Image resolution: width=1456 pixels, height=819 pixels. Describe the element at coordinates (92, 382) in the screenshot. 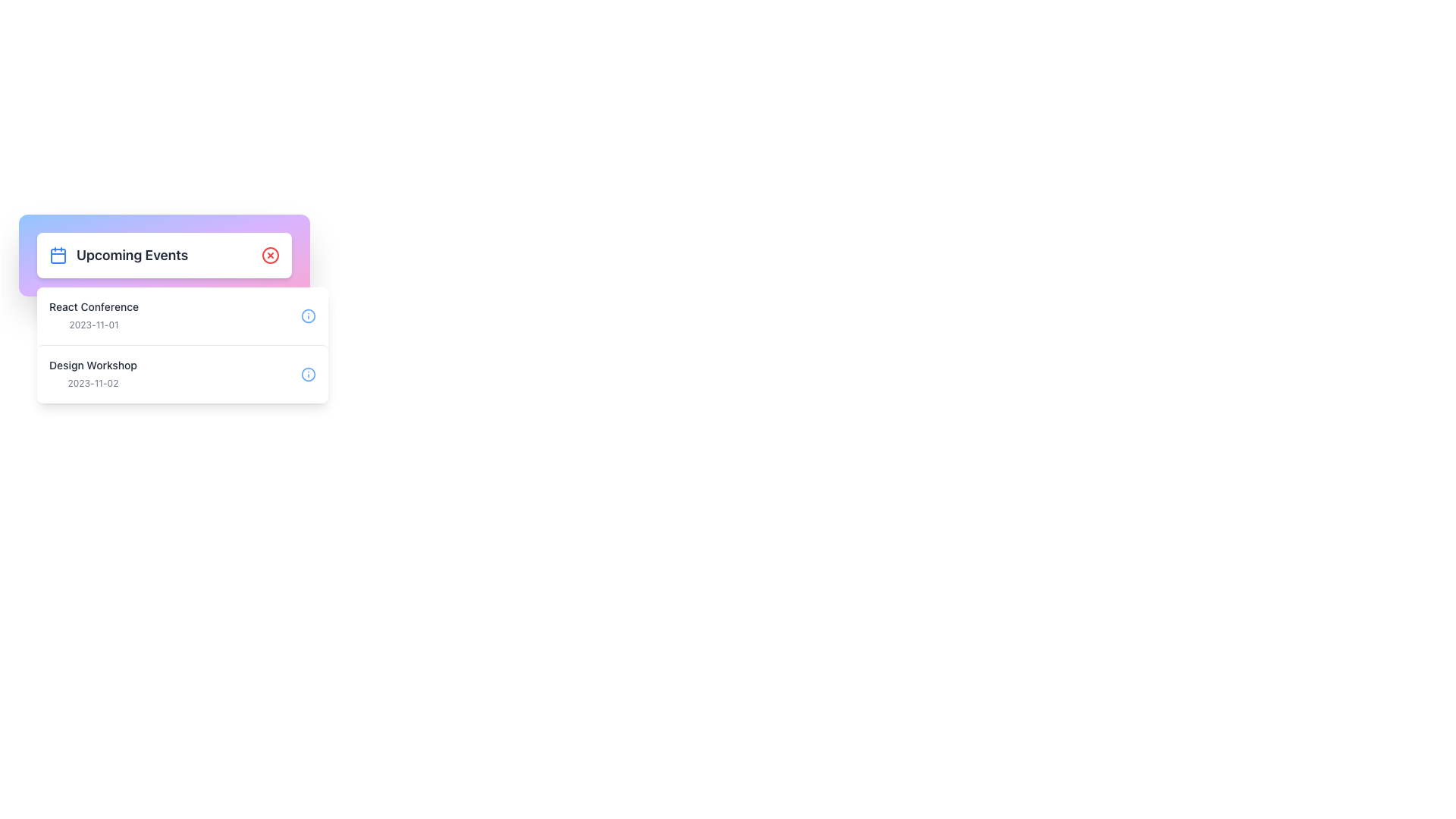

I see `date text label that displays '2023-11-02', positioned under 'Design Workshop' in muted gray color within the event schedule module` at that location.